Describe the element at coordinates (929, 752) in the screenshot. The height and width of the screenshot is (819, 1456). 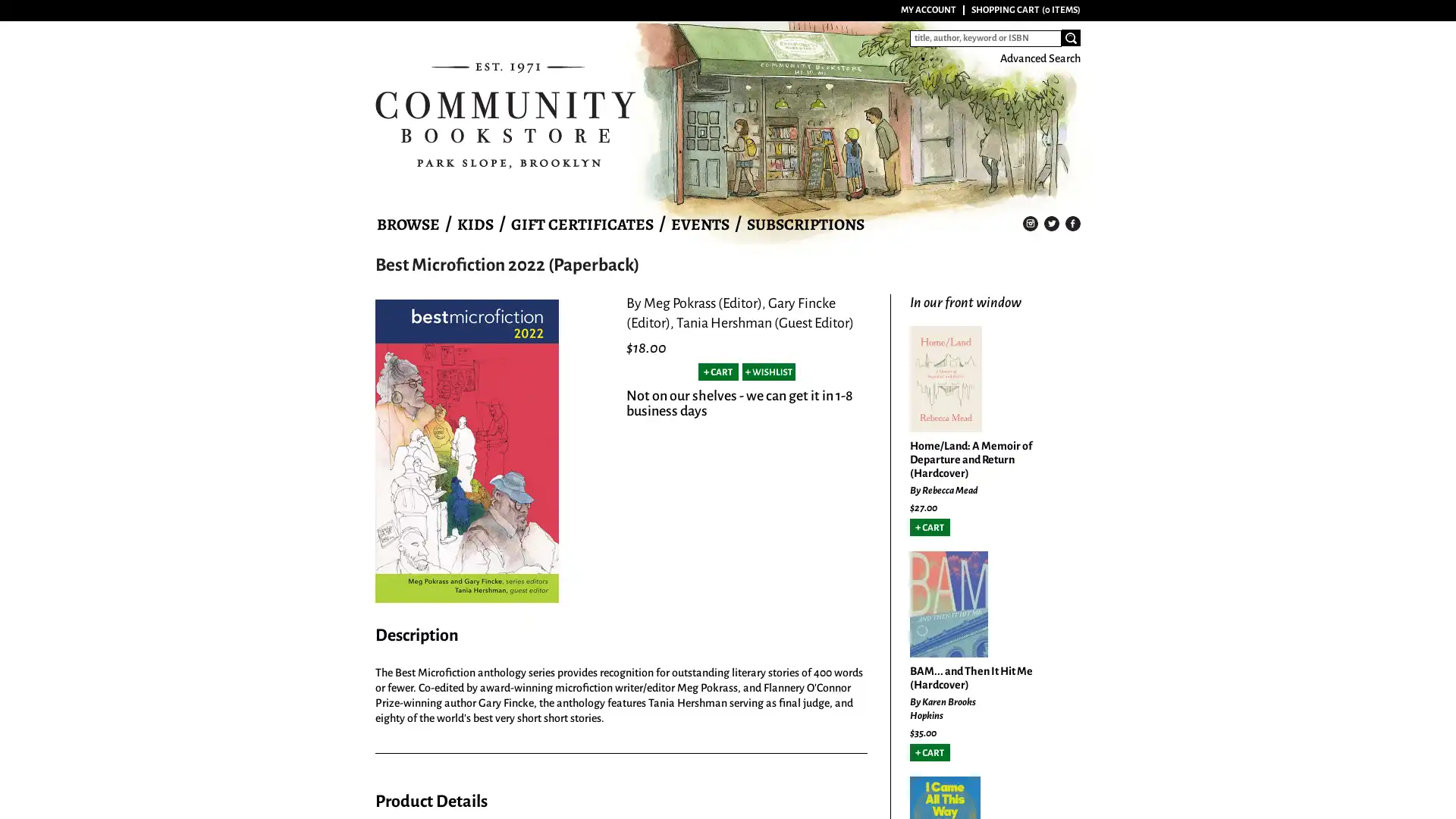
I see `Add to Cart` at that location.